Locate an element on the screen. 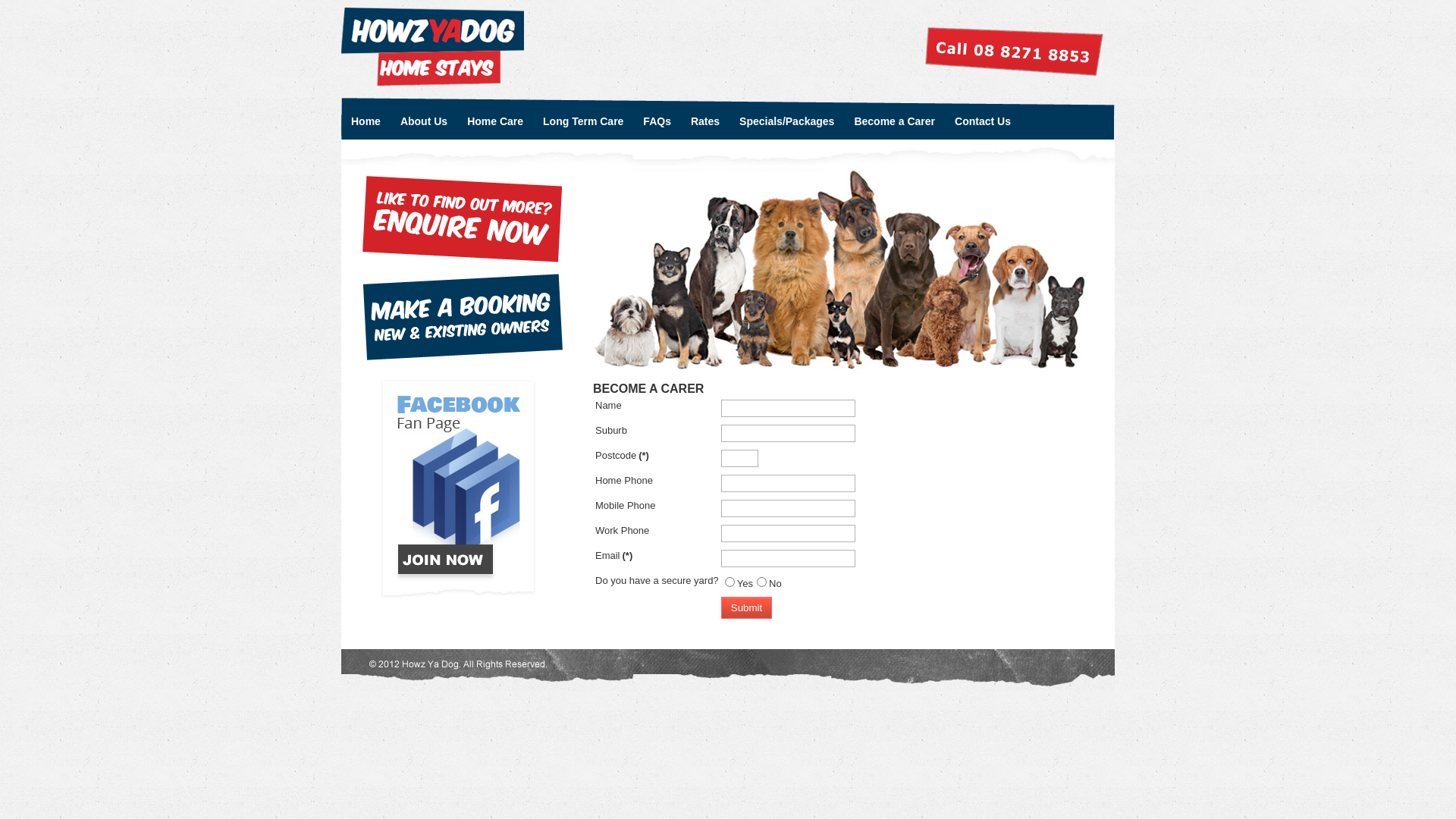  'Rates' is located at coordinates (680, 117).